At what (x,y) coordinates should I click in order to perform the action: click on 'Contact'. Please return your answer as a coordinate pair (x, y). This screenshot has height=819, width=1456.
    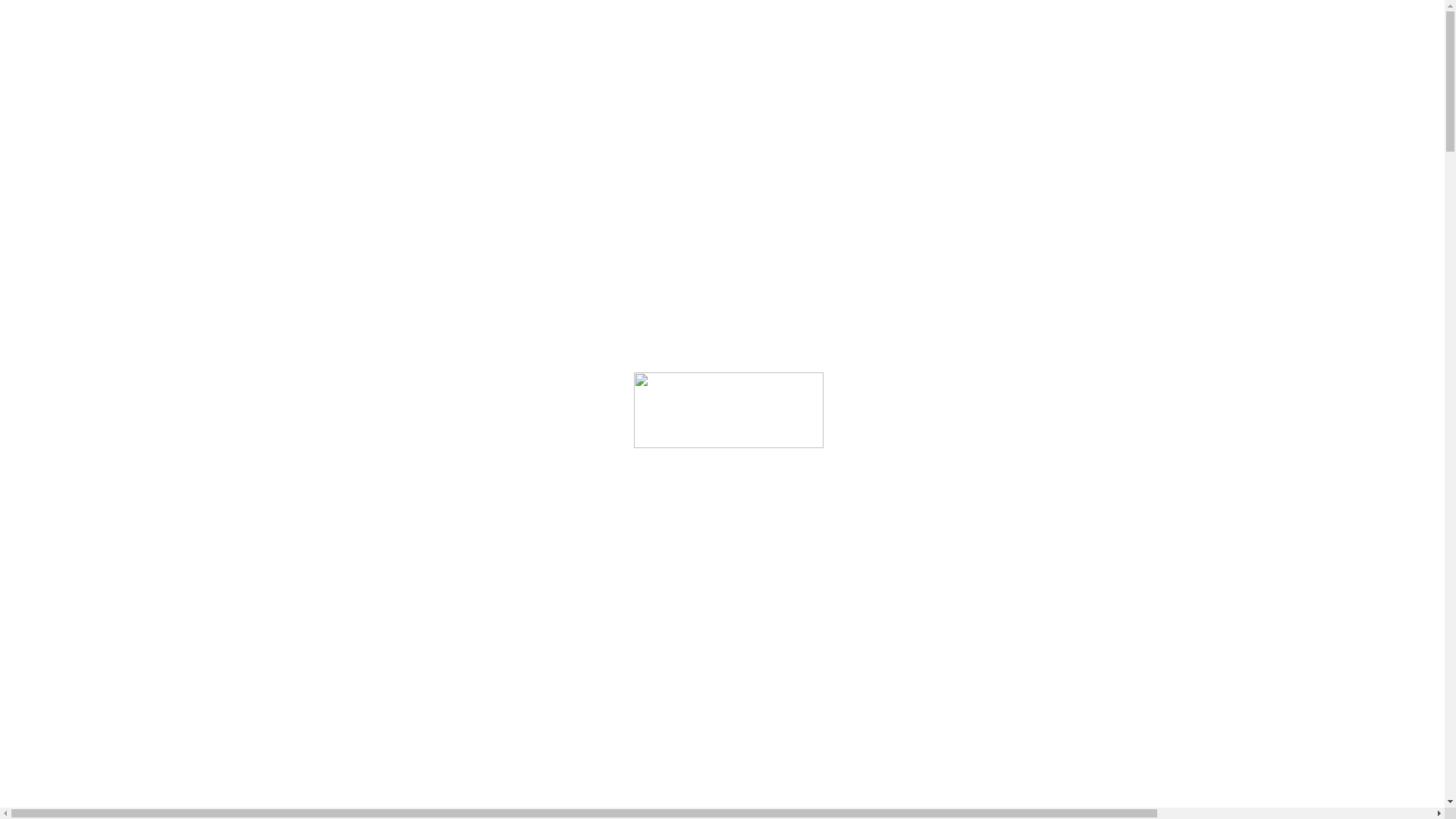
    Looking at the image, I should click on (55, 240).